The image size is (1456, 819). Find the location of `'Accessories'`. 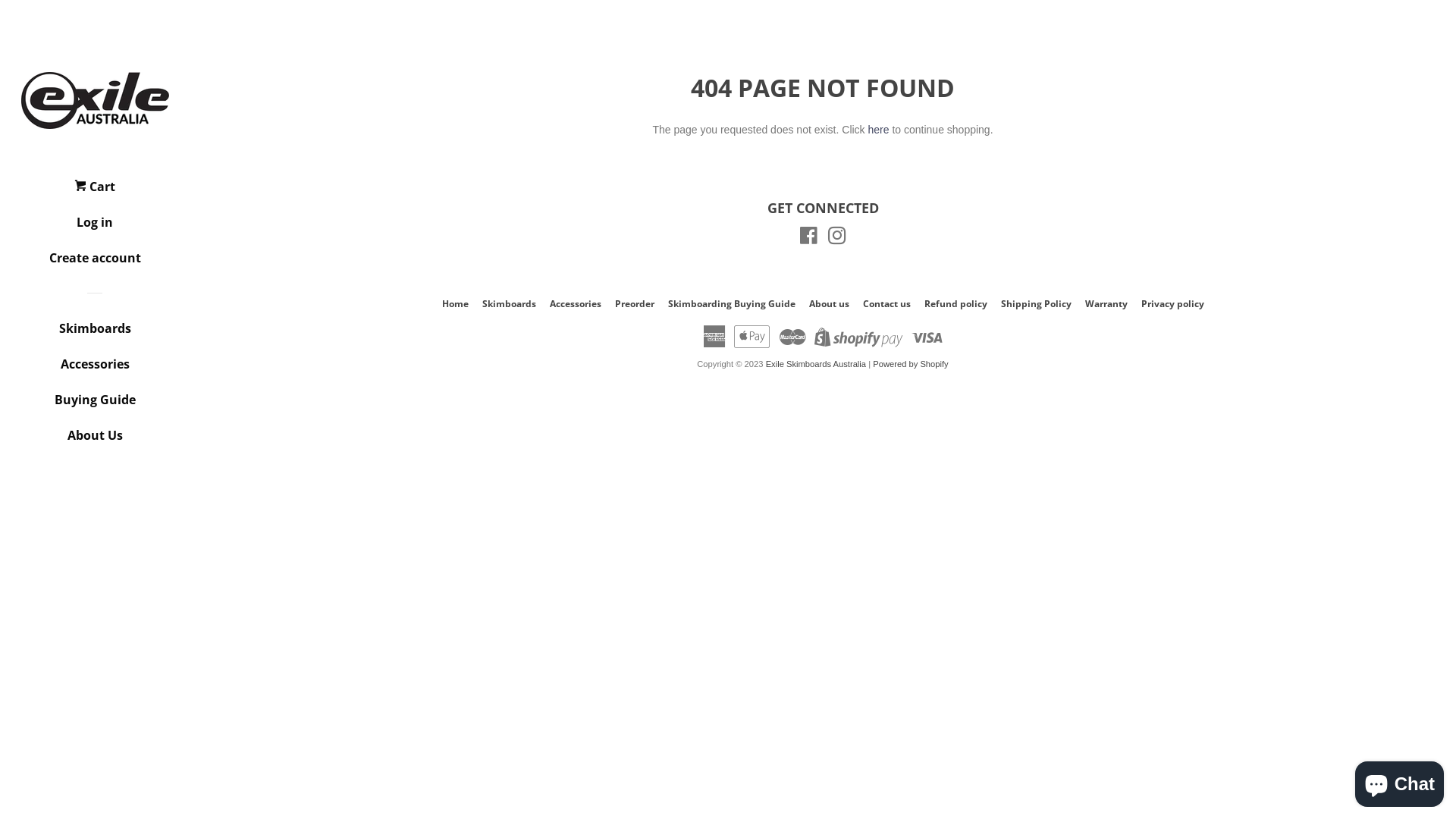

'Accessories' is located at coordinates (548, 303).